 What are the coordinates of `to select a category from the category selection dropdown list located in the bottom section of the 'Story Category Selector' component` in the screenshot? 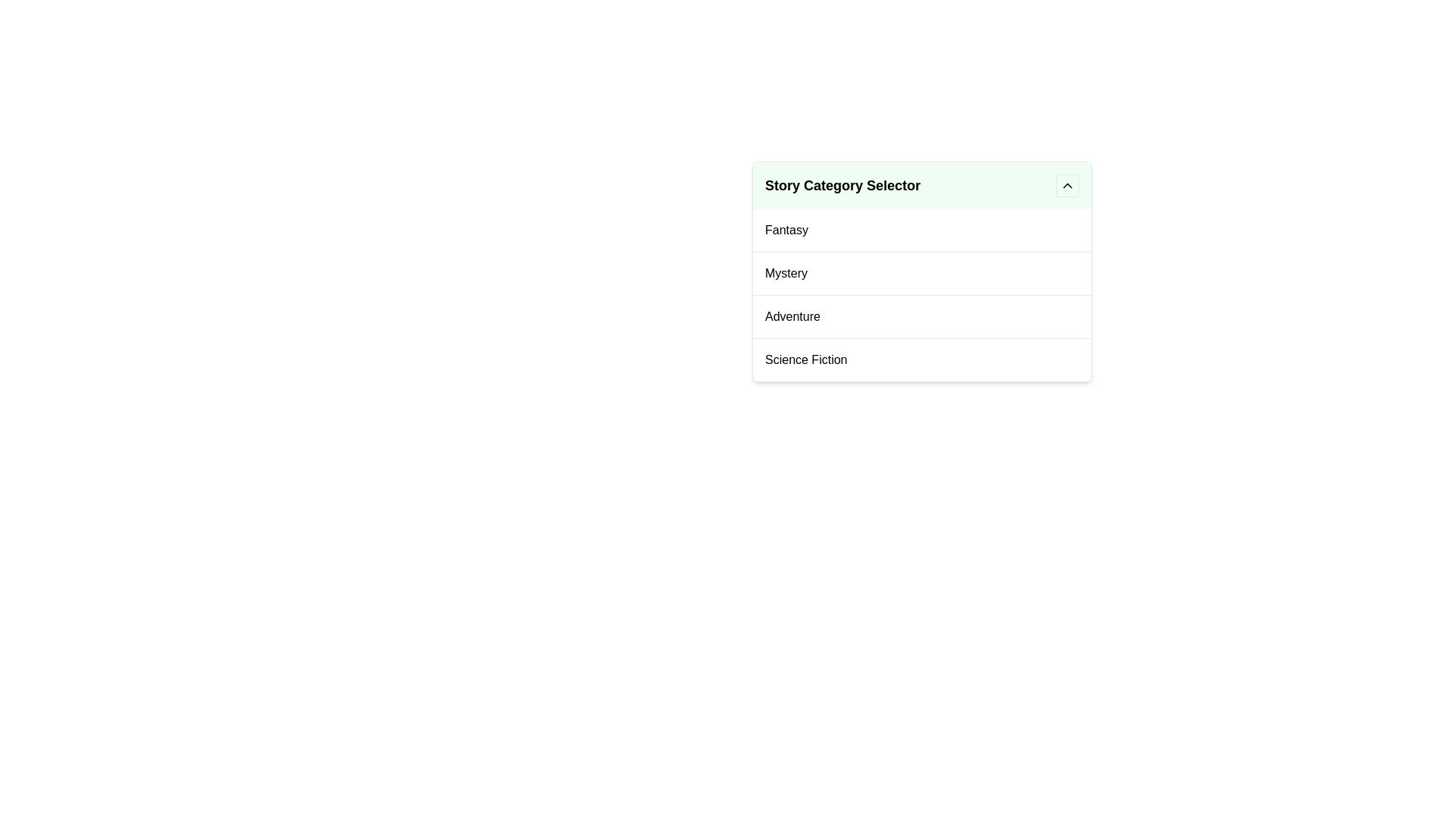 It's located at (921, 295).